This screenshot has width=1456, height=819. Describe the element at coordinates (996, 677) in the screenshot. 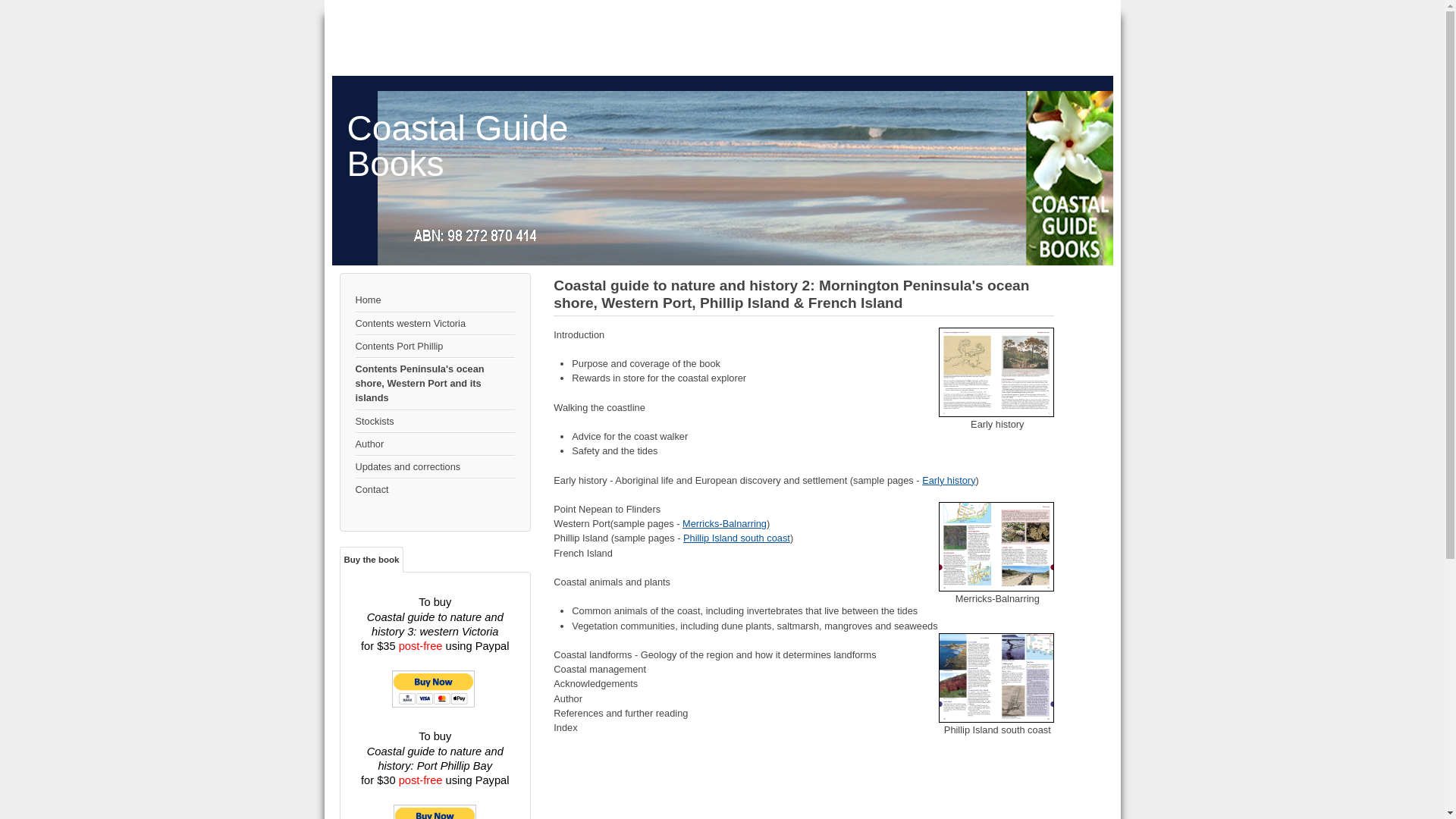

I see `'Phillip Island south coast'` at that location.